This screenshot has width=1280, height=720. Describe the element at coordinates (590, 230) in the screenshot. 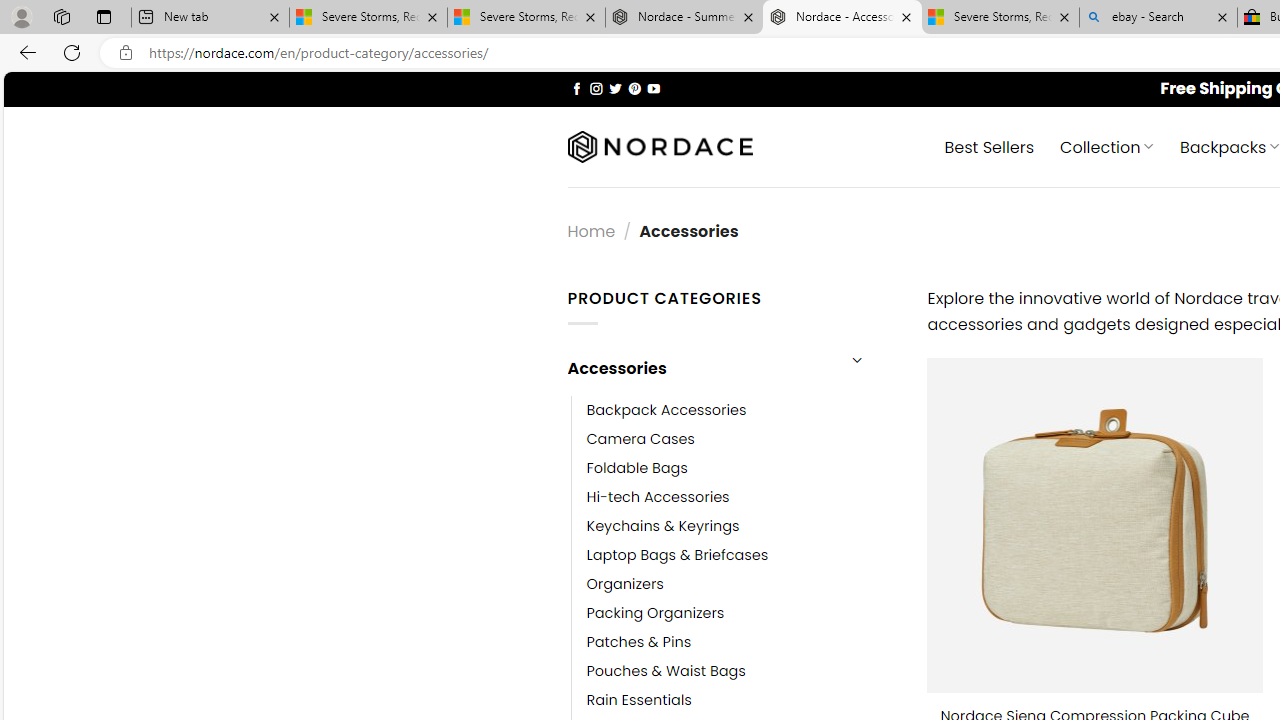

I see `'Home'` at that location.